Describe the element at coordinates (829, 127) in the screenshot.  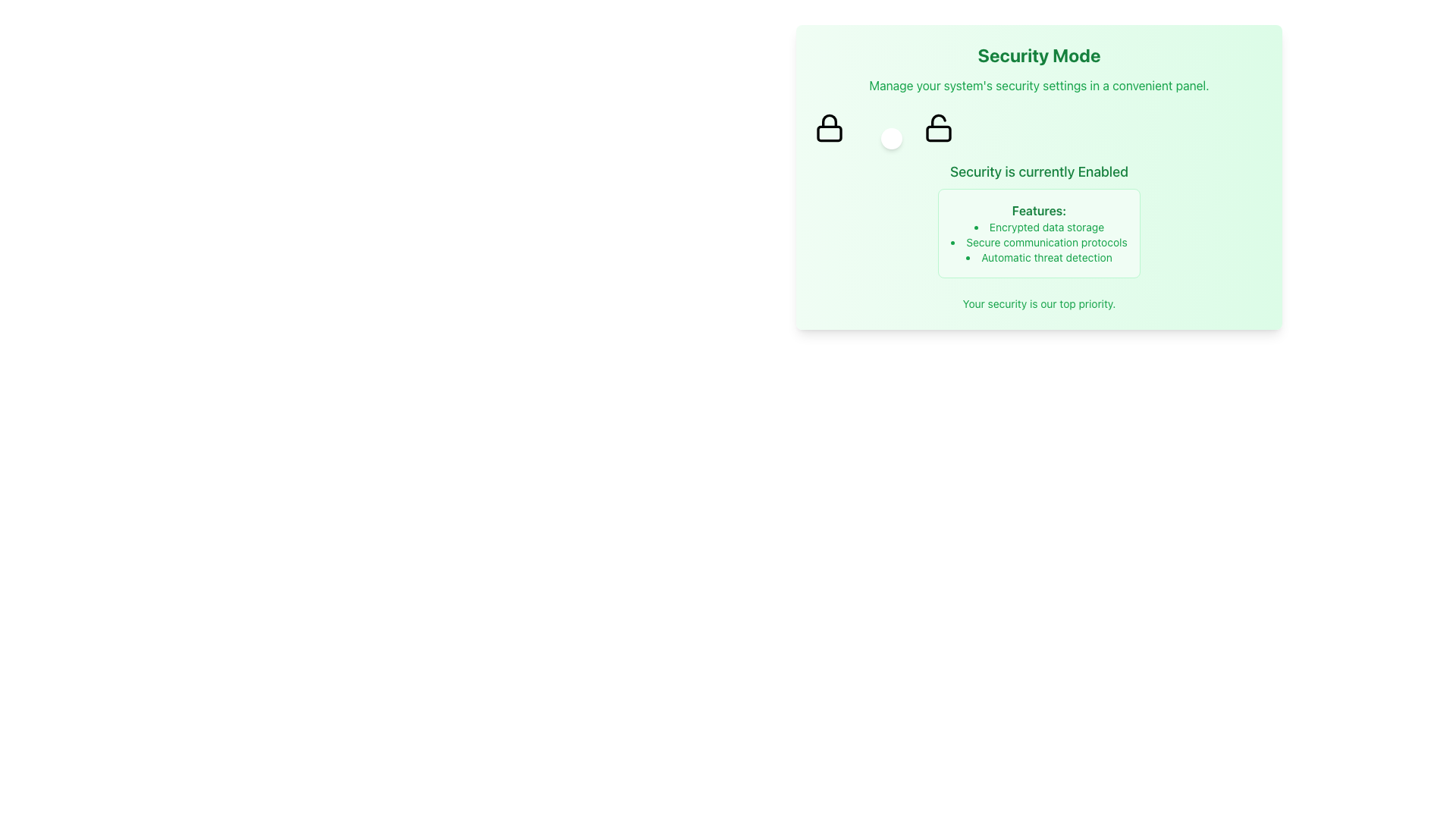
I see `the lock icon in the security settings panel, which indicates the active security status of the system` at that location.